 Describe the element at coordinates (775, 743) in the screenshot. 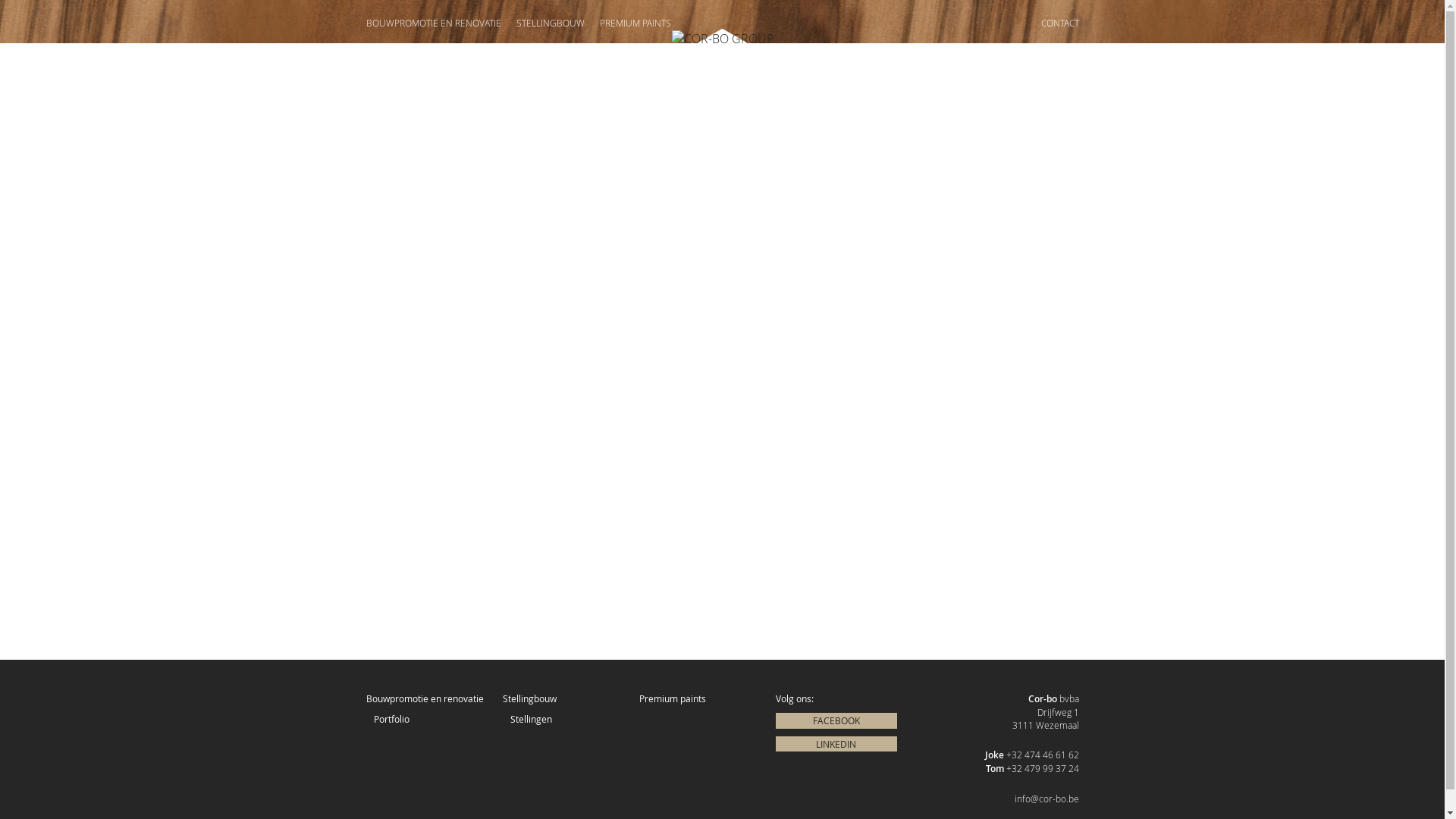

I see `'LINKEDIN'` at that location.